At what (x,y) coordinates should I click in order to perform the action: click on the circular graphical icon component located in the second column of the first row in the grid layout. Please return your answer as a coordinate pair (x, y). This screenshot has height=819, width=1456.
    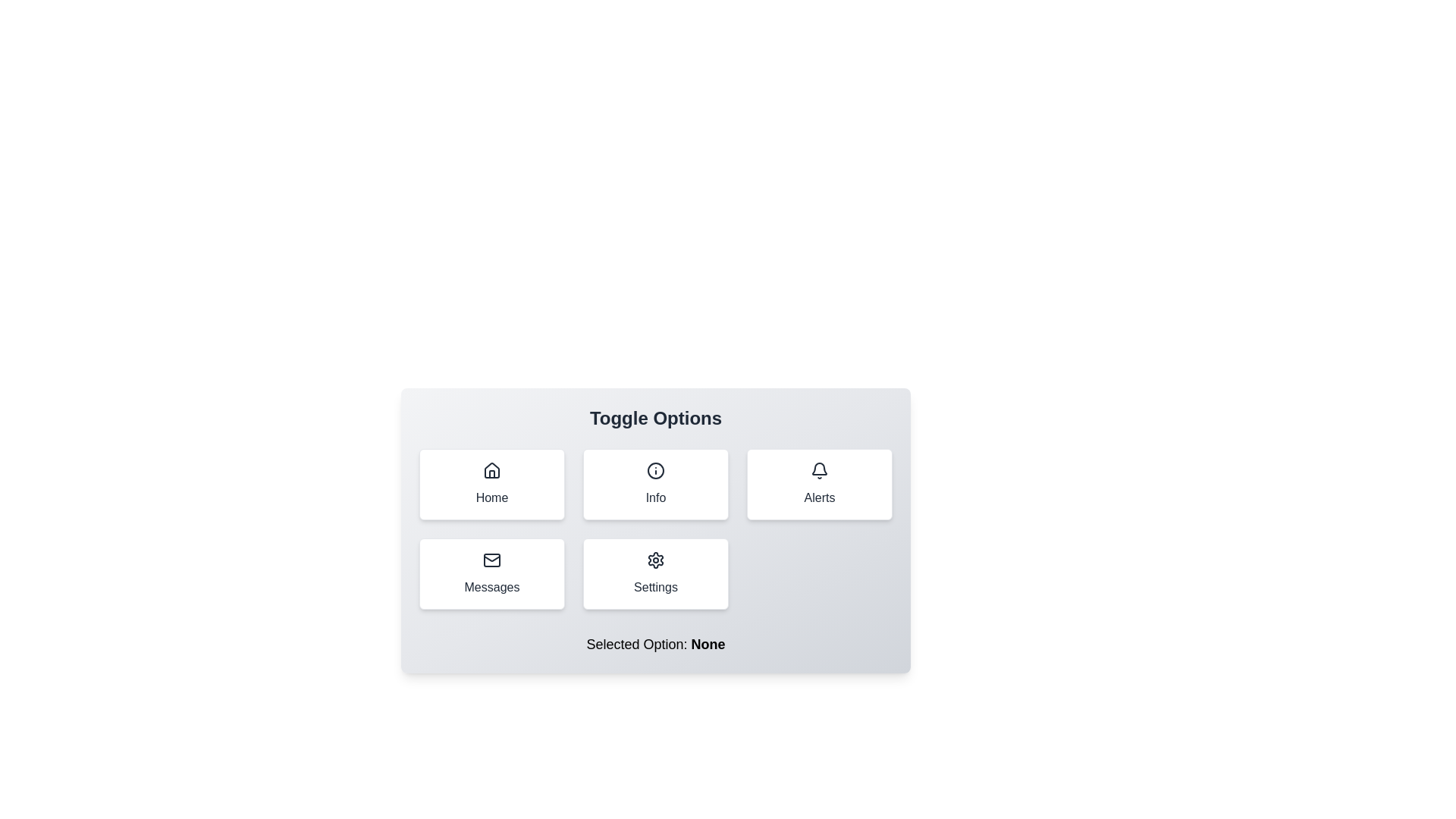
    Looking at the image, I should click on (655, 470).